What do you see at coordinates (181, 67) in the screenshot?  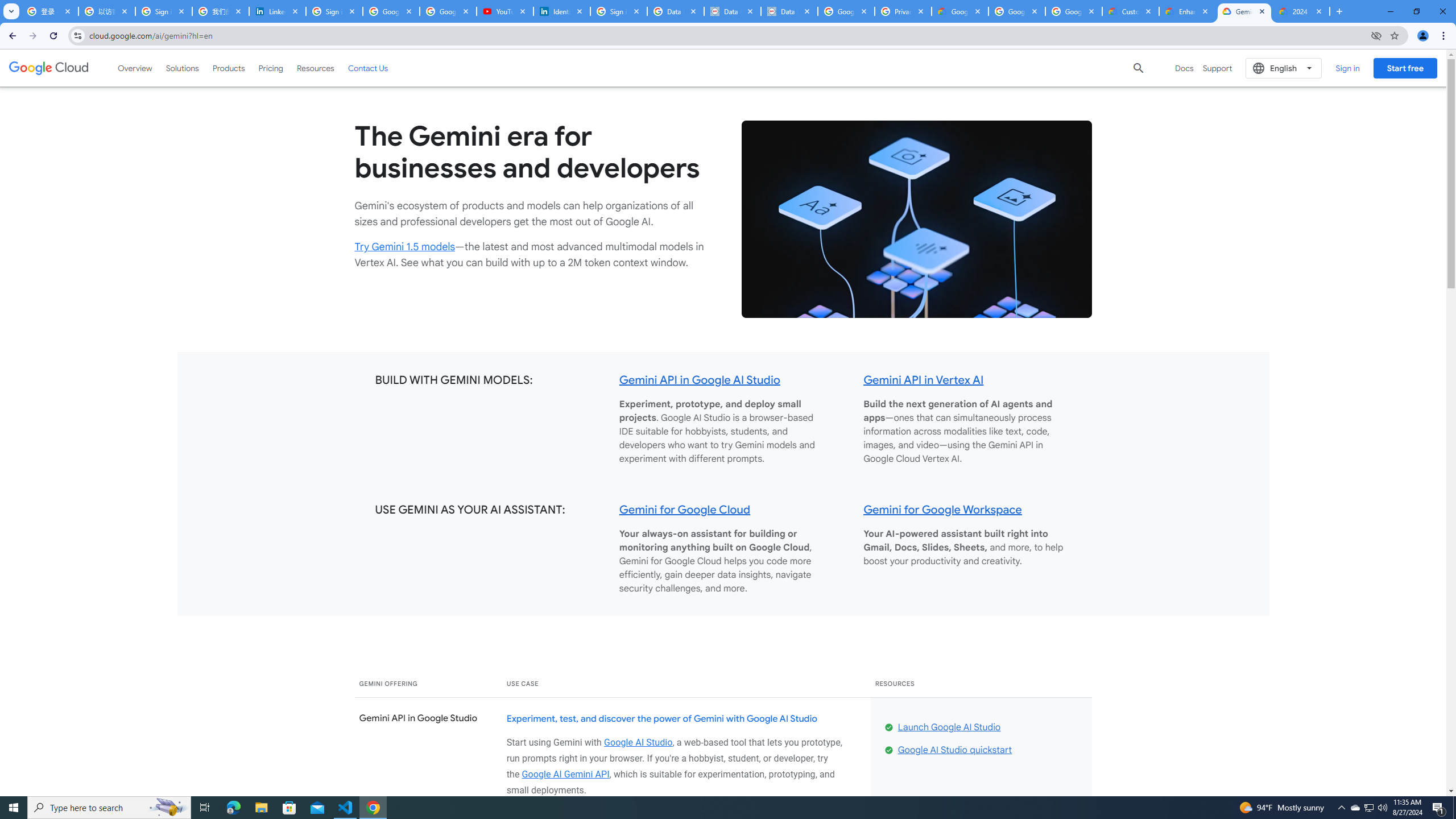 I see `'Solutions'` at bounding box center [181, 67].